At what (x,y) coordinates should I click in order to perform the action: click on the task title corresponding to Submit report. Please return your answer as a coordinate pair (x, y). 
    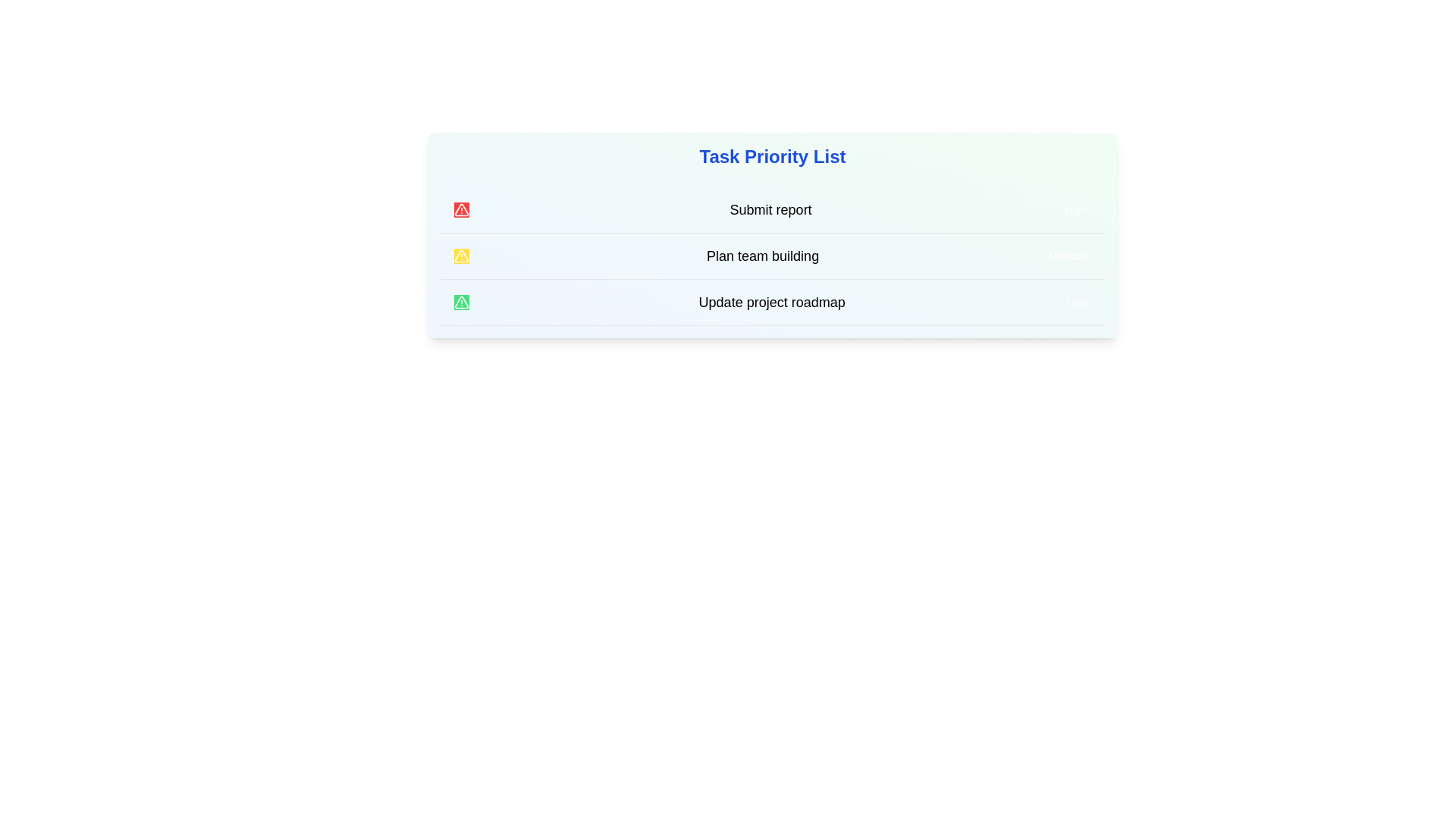
    Looking at the image, I should click on (770, 210).